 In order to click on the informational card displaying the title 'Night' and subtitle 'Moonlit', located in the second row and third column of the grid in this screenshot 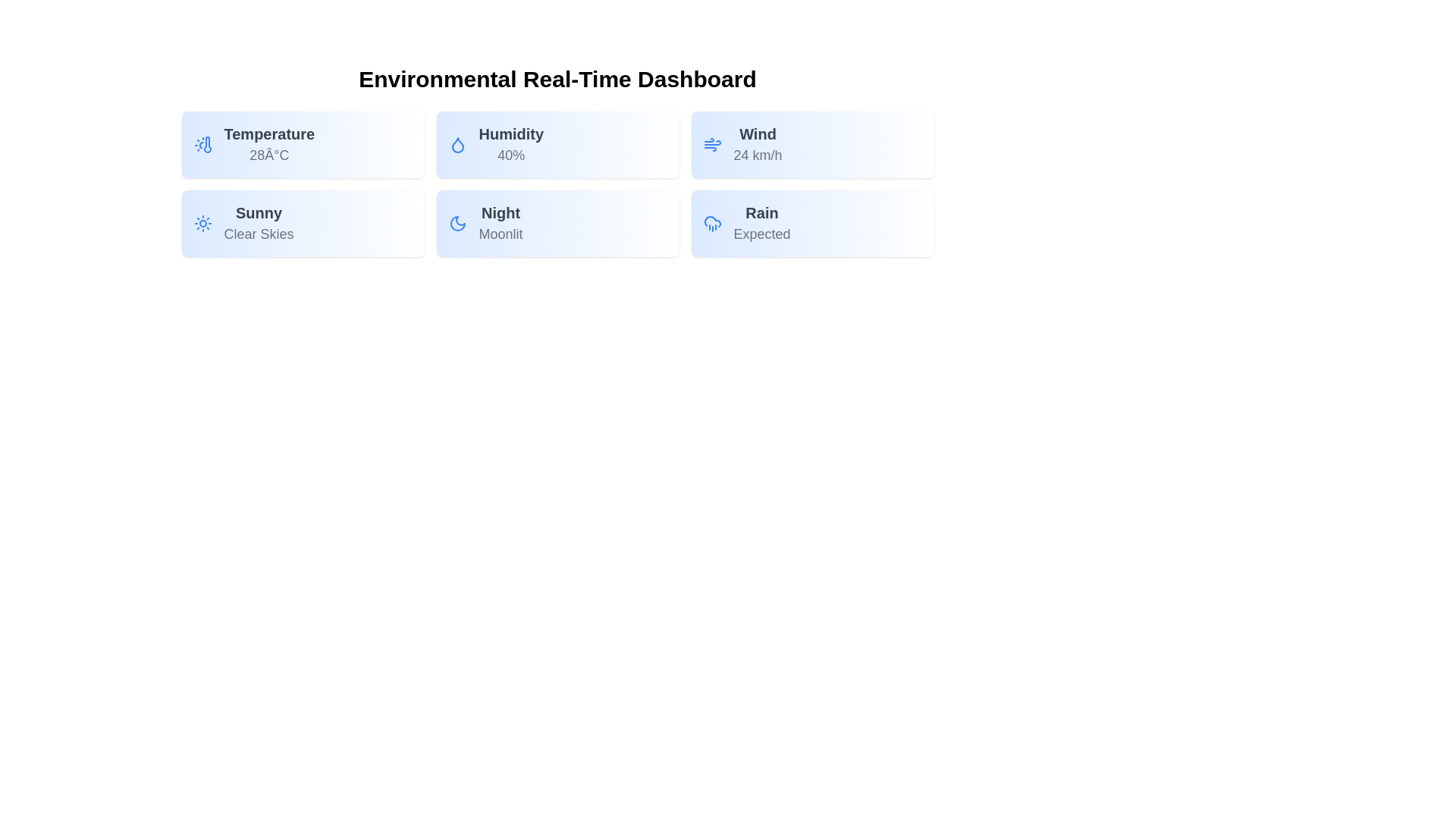, I will do `click(557, 223)`.